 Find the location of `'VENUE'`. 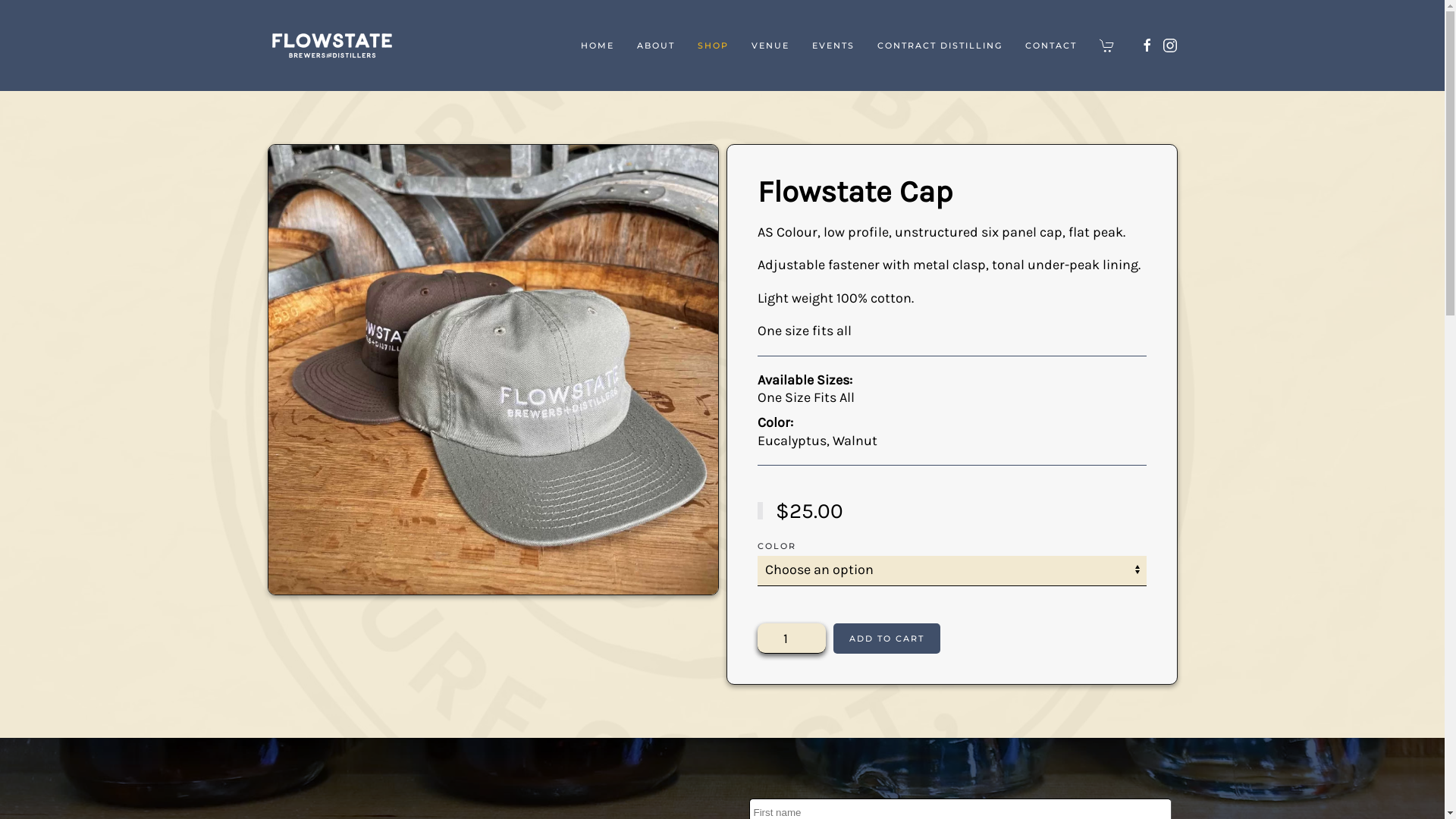

'VENUE' is located at coordinates (770, 45).